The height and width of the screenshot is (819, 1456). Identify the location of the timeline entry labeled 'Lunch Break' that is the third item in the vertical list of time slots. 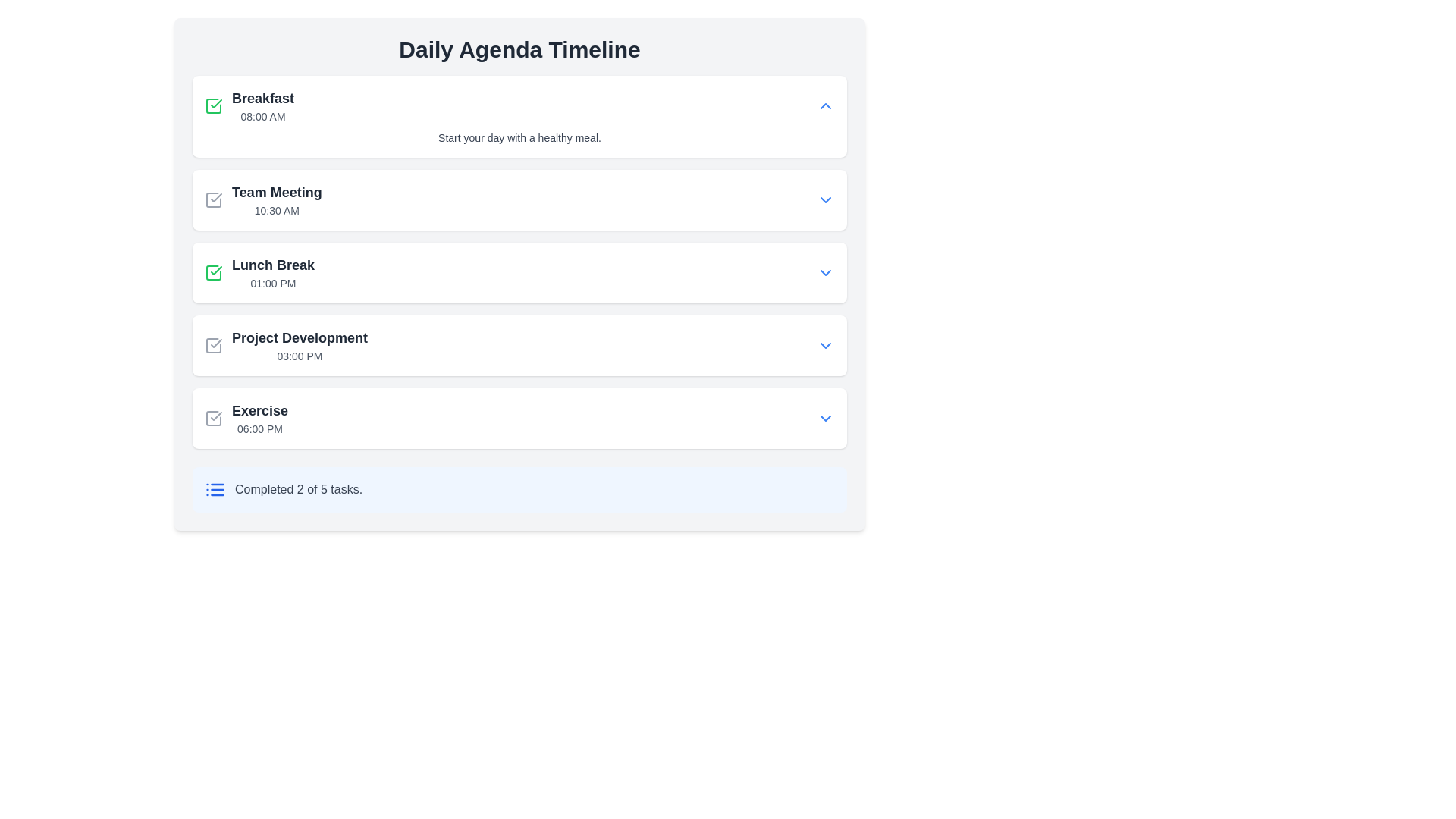
(519, 271).